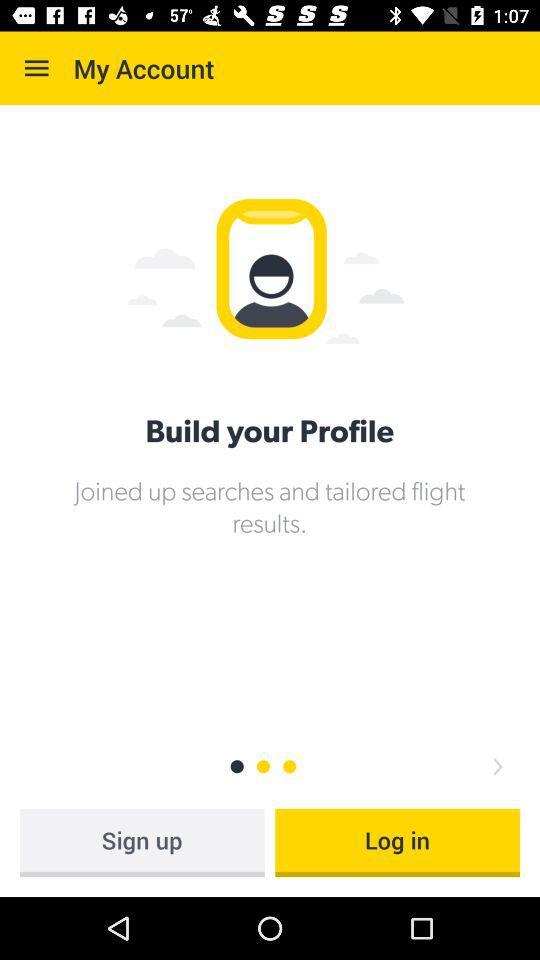 The width and height of the screenshot is (540, 960). I want to click on the icon above the log in item, so click(496, 765).